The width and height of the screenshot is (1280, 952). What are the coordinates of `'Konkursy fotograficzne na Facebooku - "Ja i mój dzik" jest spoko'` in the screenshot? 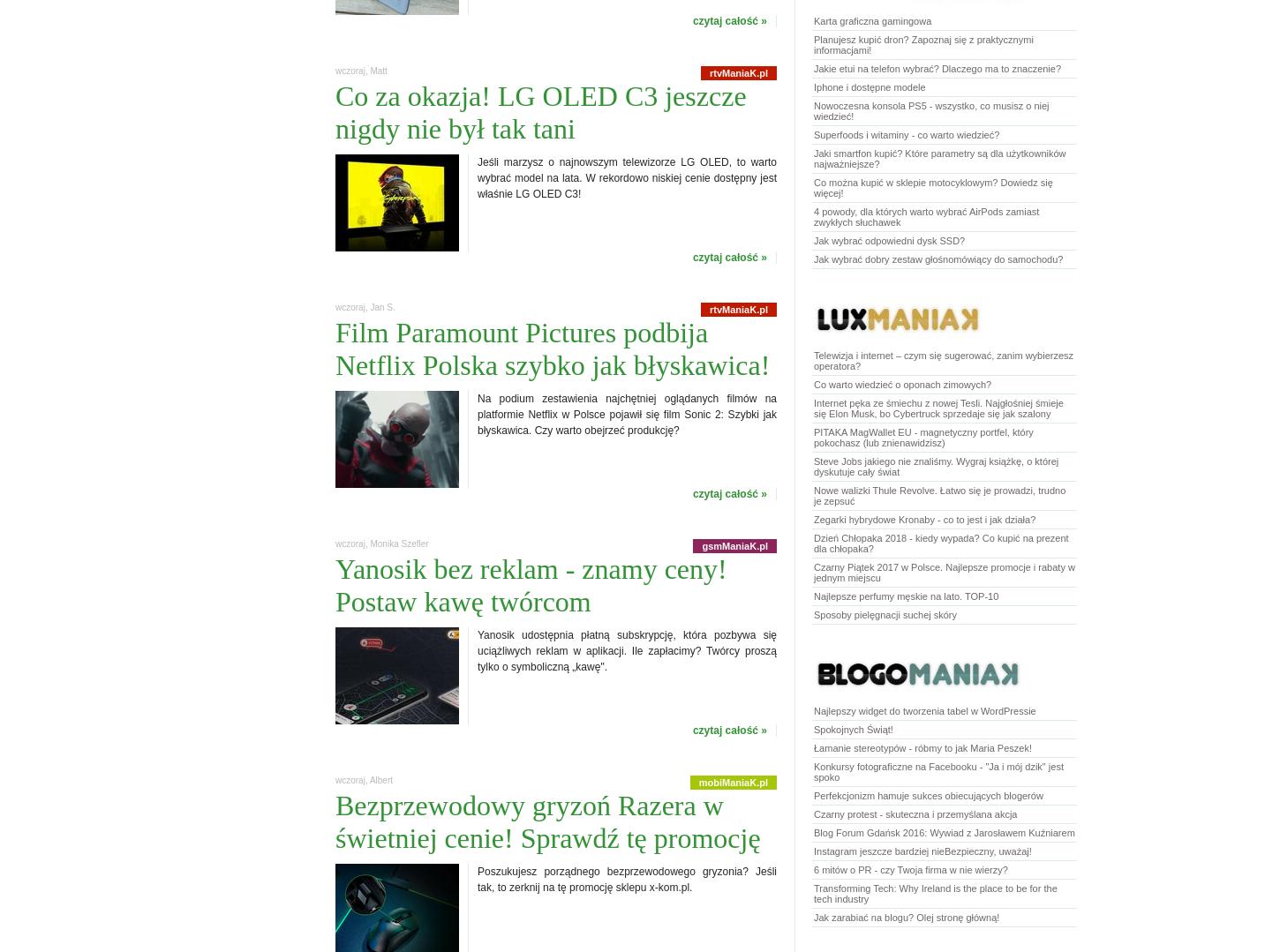 It's located at (813, 770).